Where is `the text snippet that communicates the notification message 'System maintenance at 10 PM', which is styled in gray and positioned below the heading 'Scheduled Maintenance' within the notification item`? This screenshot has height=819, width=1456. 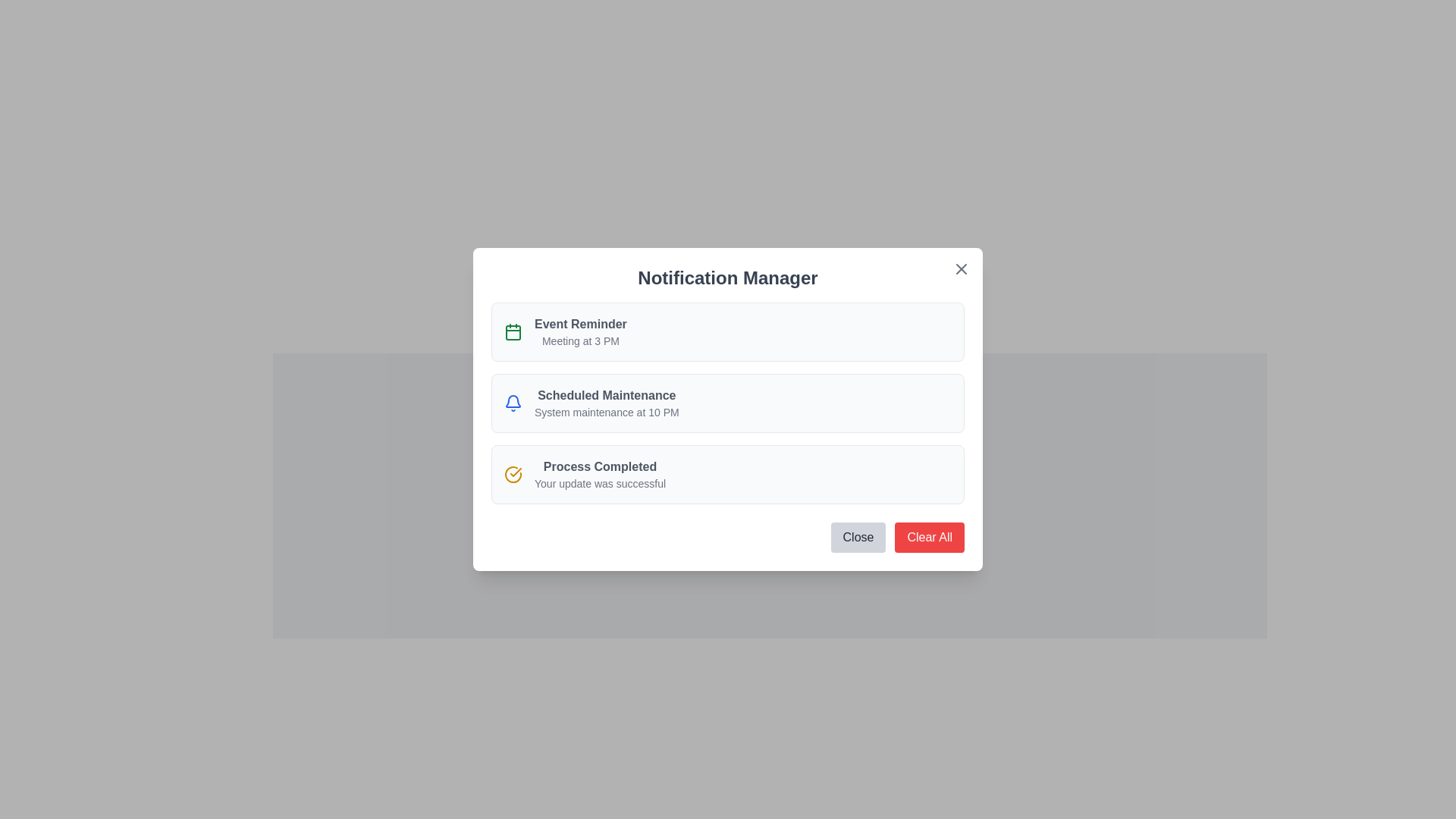 the text snippet that communicates the notification message 'System maintenance at 10 PM', which is styled in gray and positioned below the heading 'Scheduled Maintenance' within the notification item is located at coordinates (607, 412).